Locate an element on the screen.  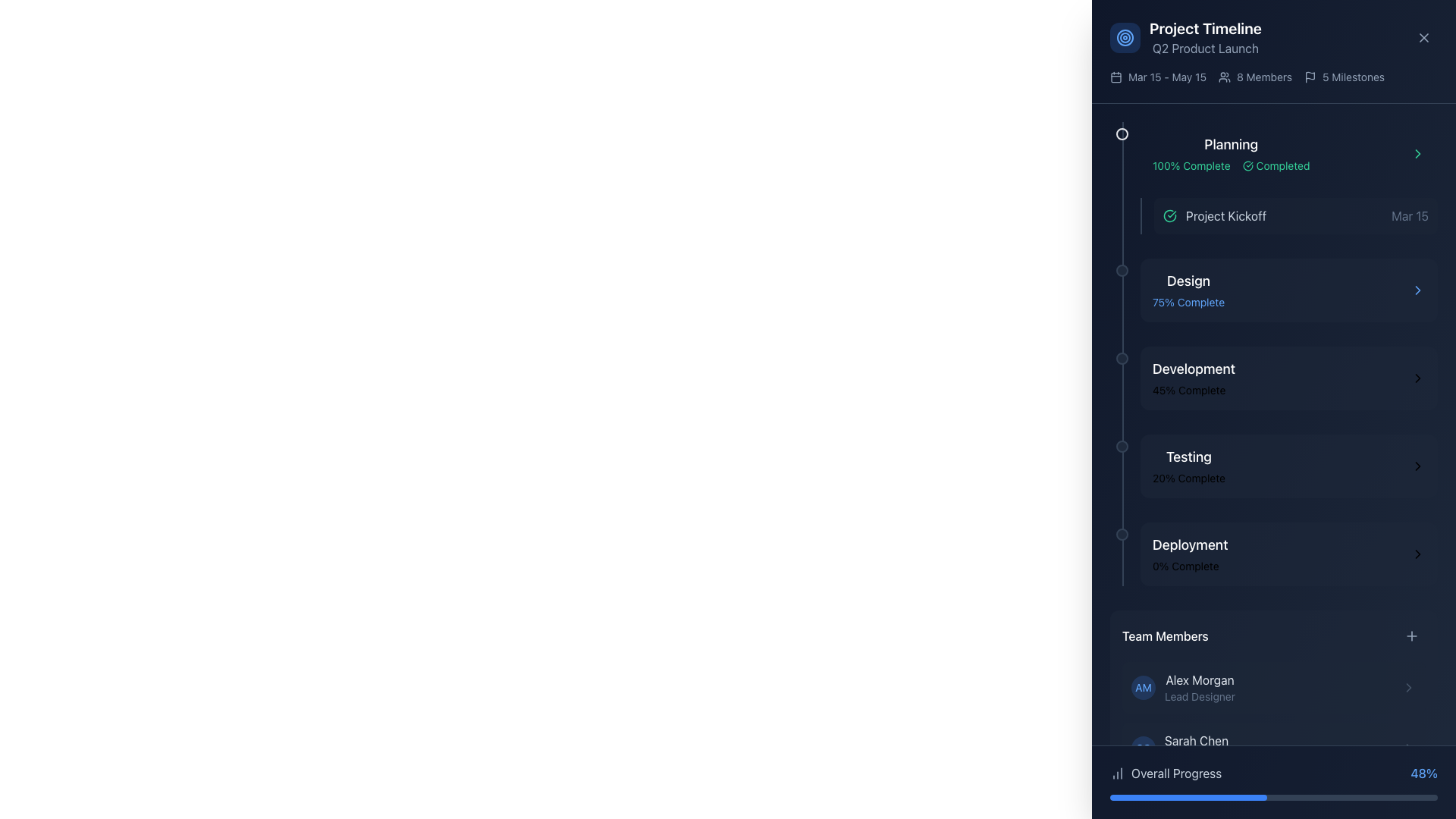
the 'Deployment' section in the project timeline interface is located at coordinates (1288, 554).